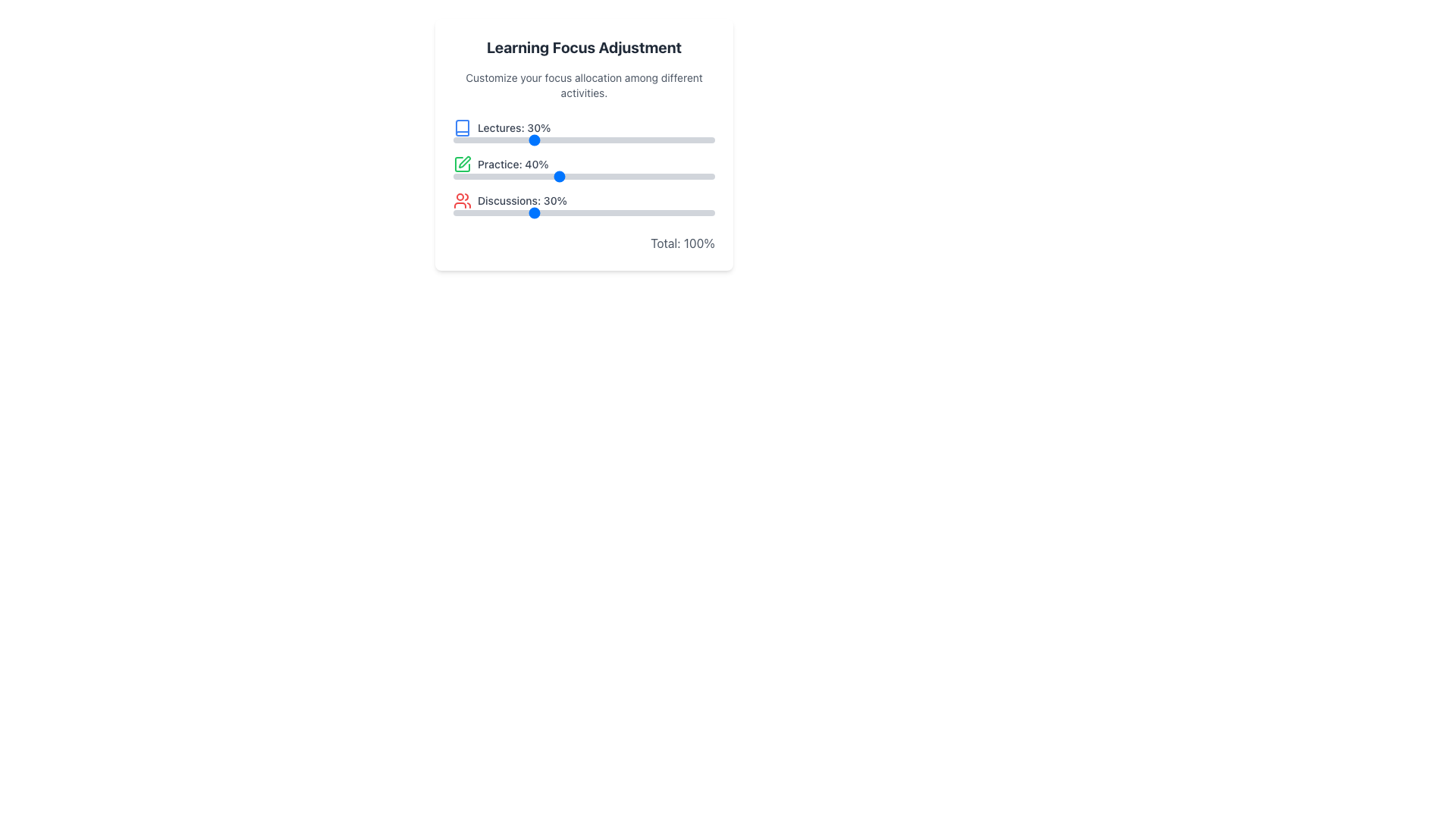 The image size is (1456, 819). I want to click on the 'Practice' slider, so click(672, 175).